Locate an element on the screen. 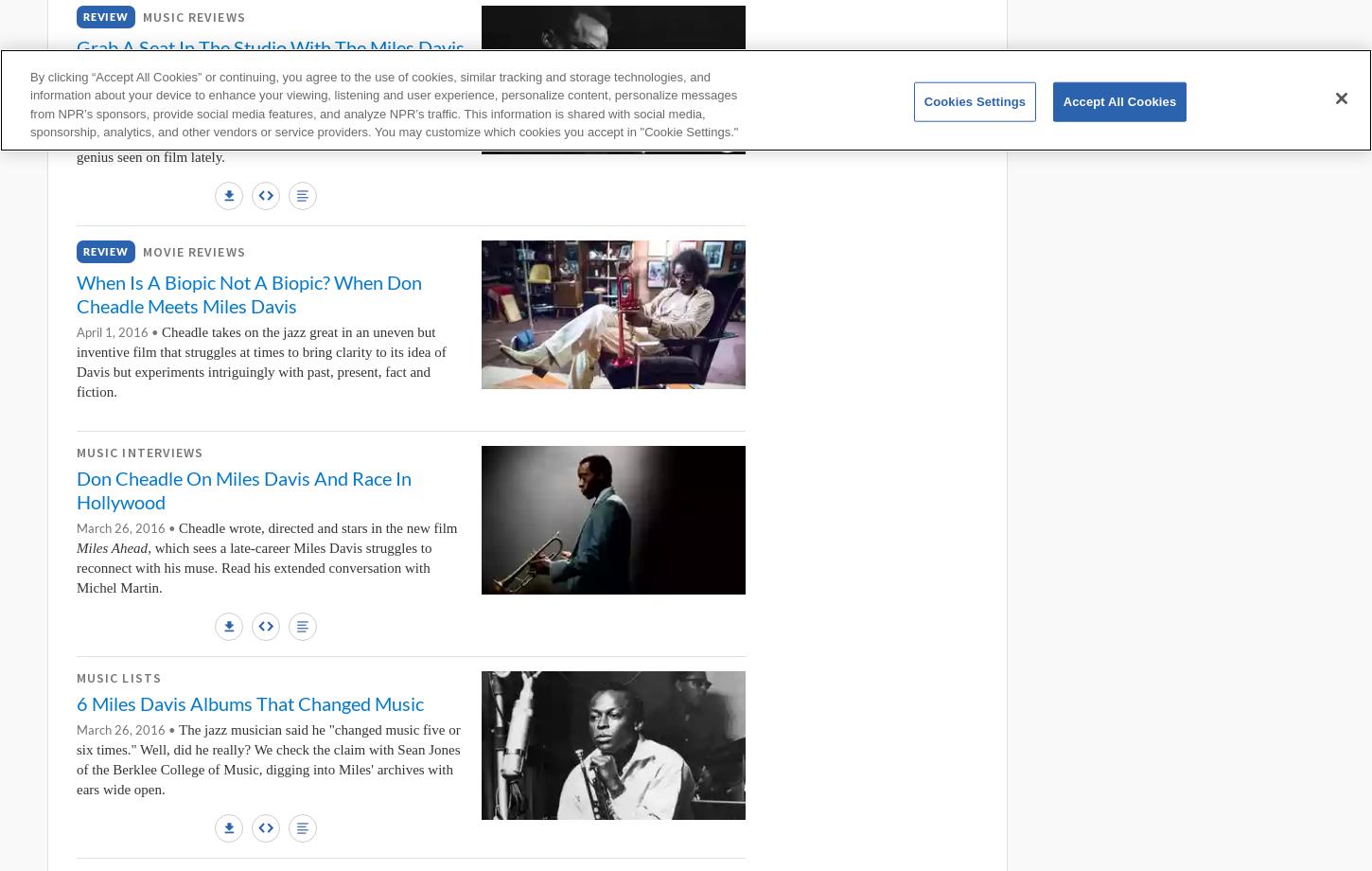 The height and width of the screenshot is (871, 1372). 'and' is located at coordinates (264, 116).